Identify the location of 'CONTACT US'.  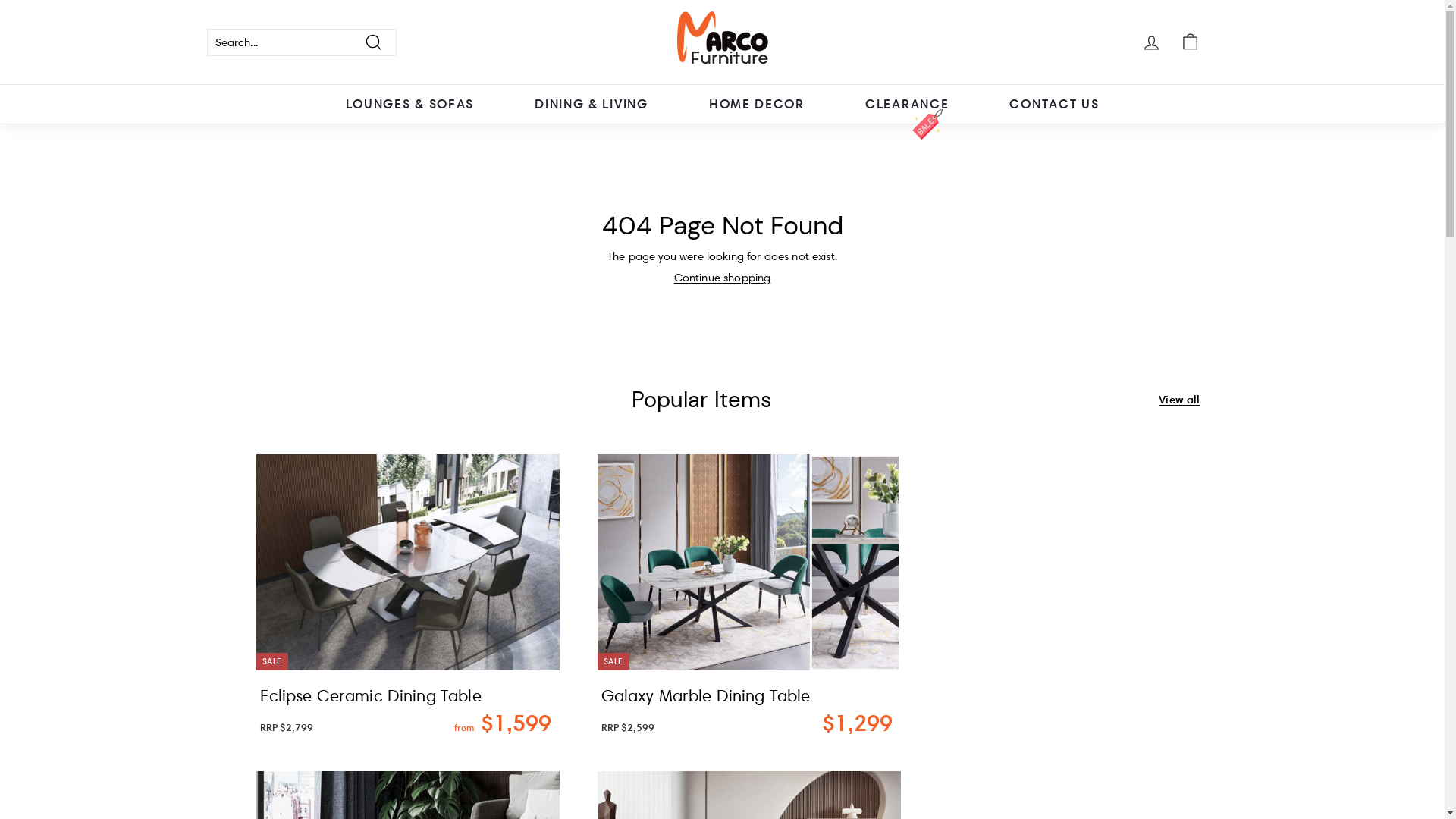
(1053, 103).